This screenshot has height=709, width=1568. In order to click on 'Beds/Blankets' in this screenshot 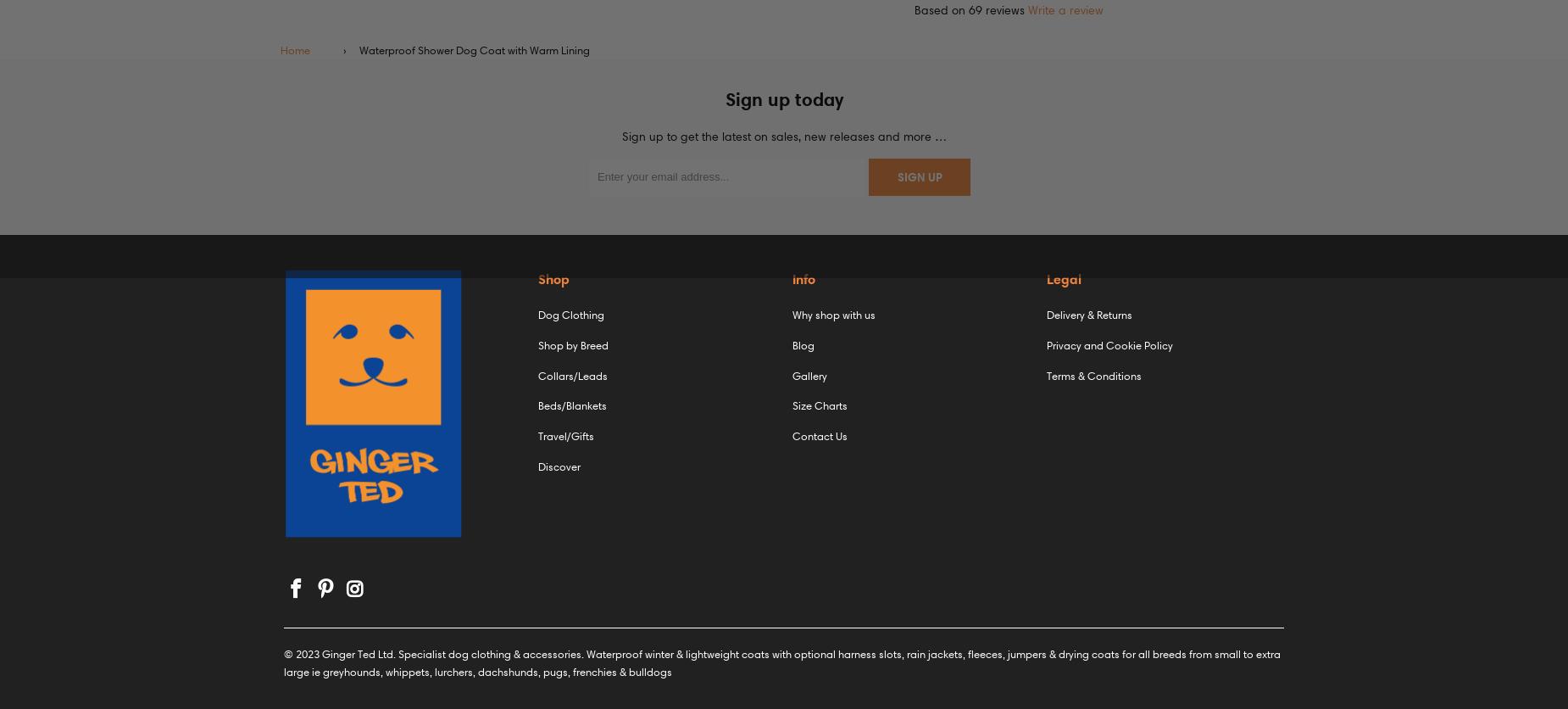, I will do `click(572, 405)`.